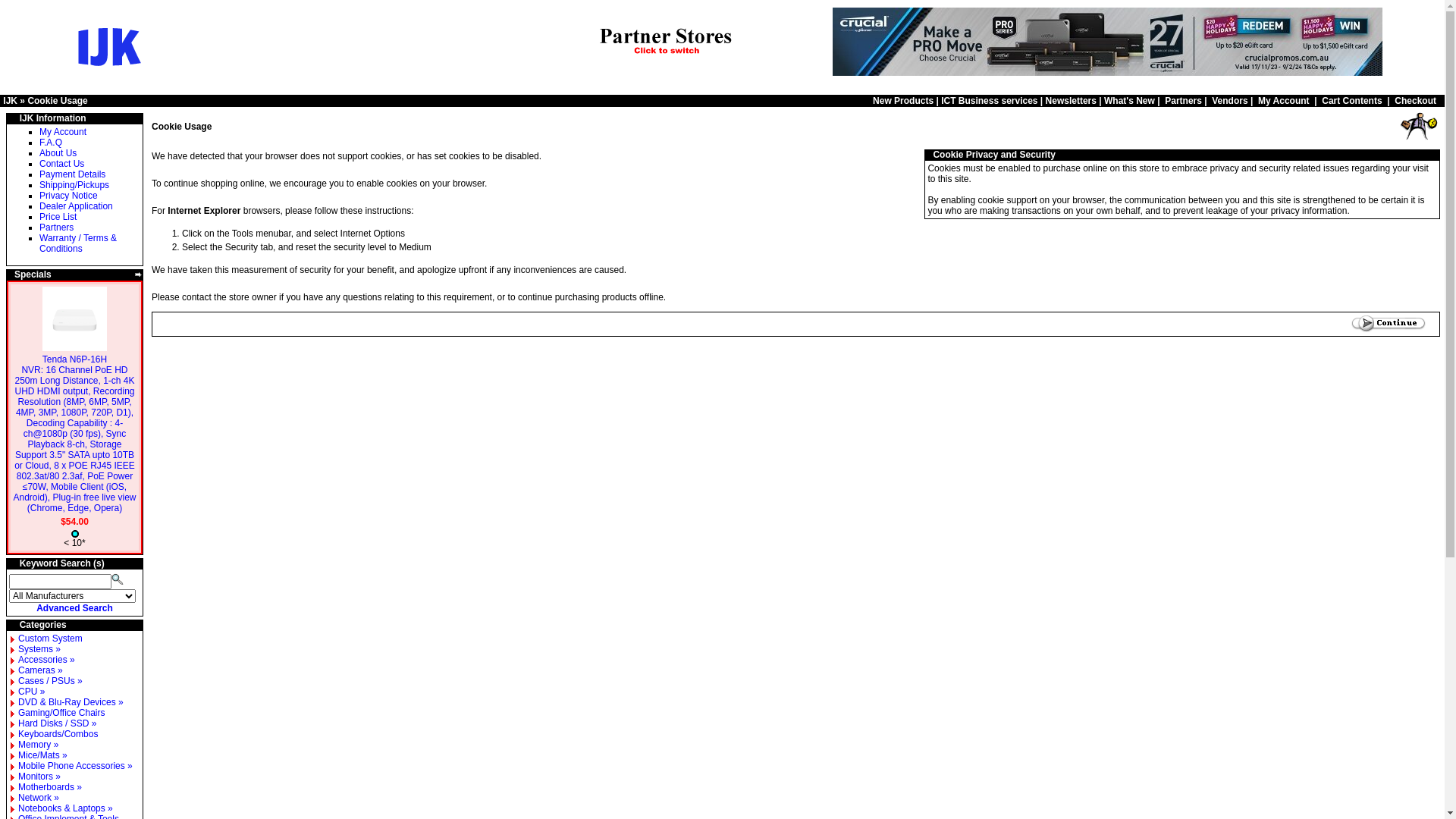 Image resolution: width=1456 pixels, height=819 pixels. What do you see at coordinates (74, 533) in the screenshot?
I see `' Medium stock level '` at bounding box center [74, 533].